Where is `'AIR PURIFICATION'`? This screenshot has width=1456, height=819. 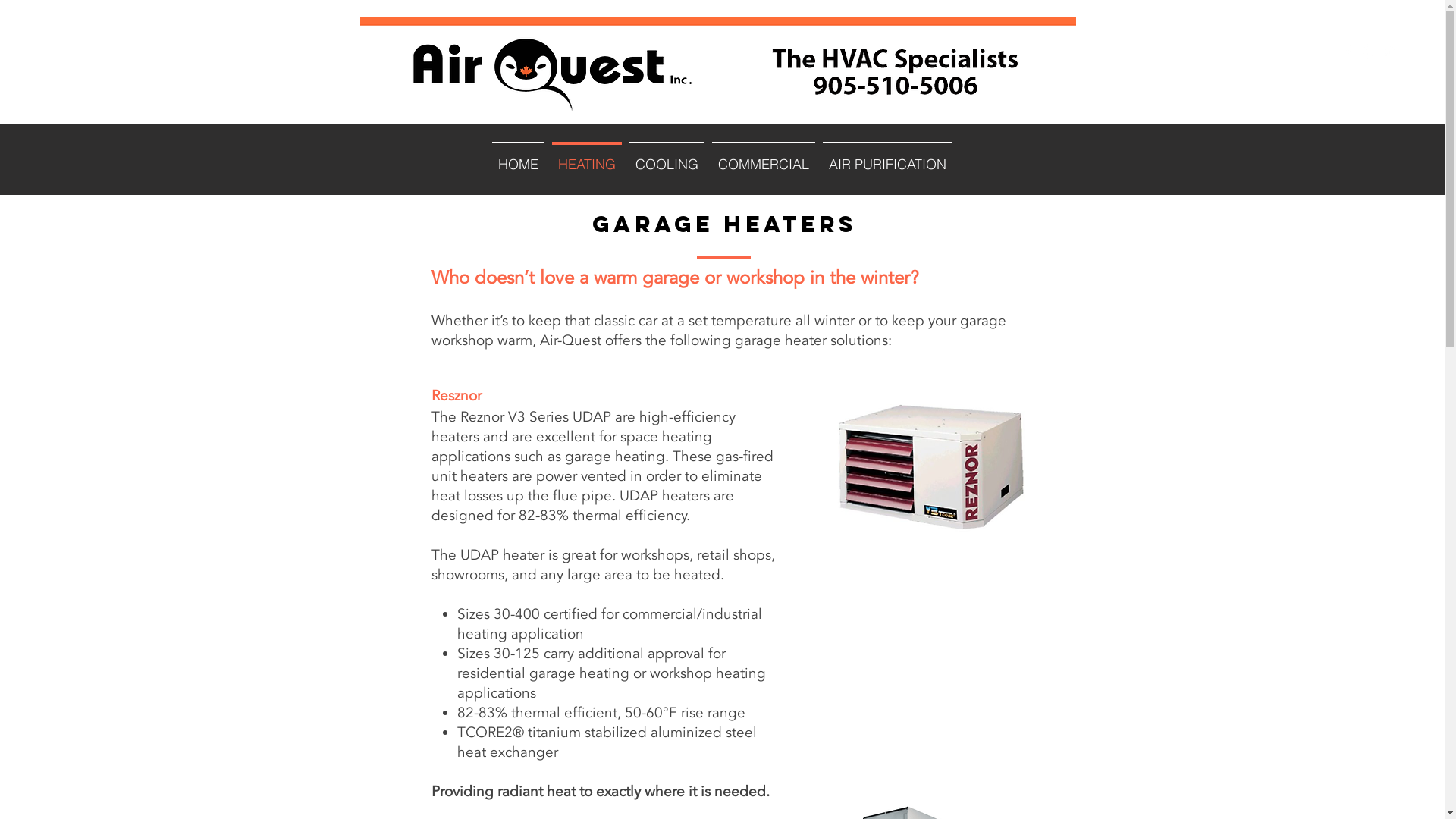
'AIR PURIFICATION' is located at coordinates (887, 157).